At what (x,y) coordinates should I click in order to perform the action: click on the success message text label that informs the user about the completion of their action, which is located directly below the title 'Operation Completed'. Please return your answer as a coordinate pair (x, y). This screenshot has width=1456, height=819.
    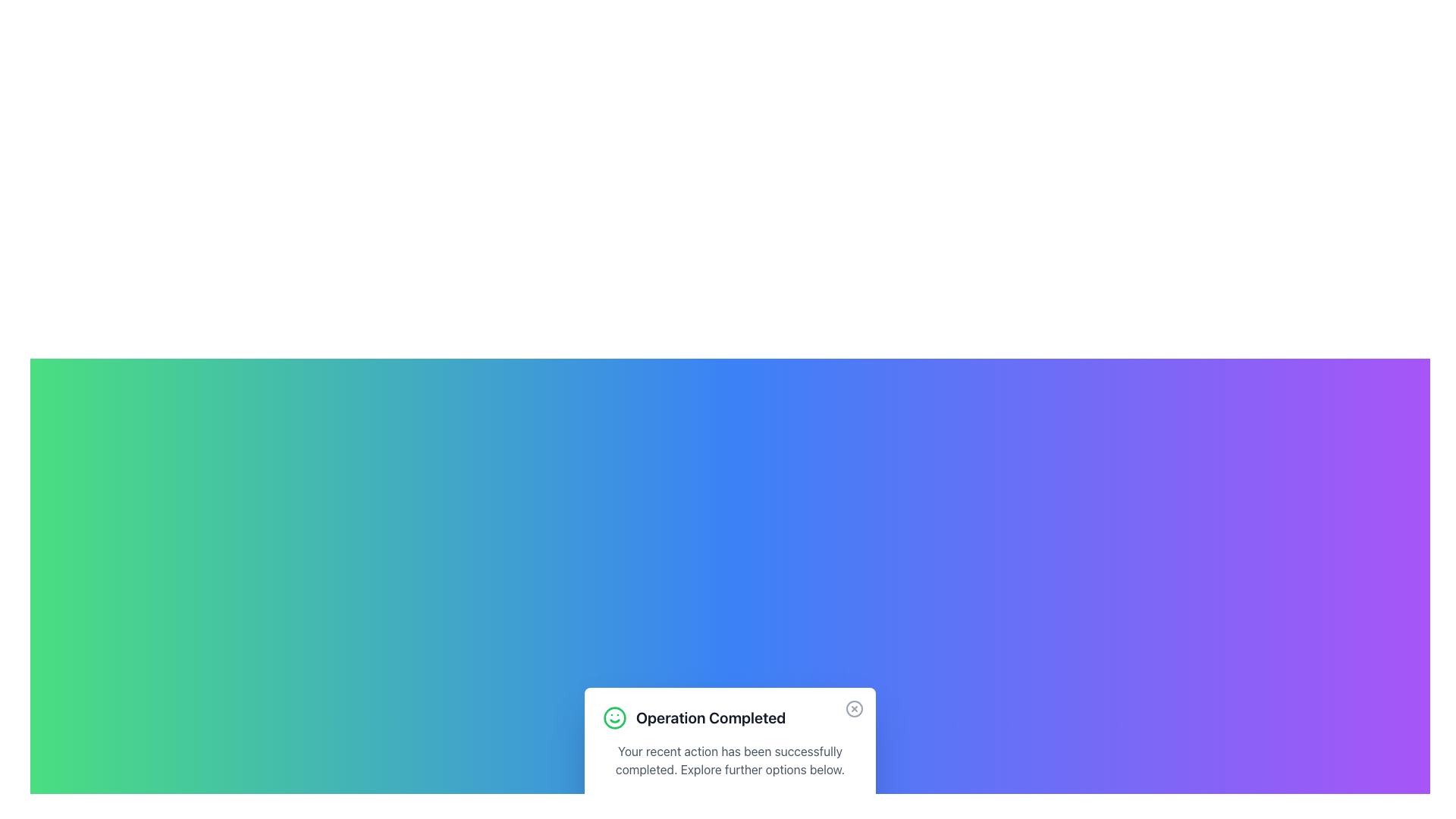
    Looking at the image, I should click on (730, 760).